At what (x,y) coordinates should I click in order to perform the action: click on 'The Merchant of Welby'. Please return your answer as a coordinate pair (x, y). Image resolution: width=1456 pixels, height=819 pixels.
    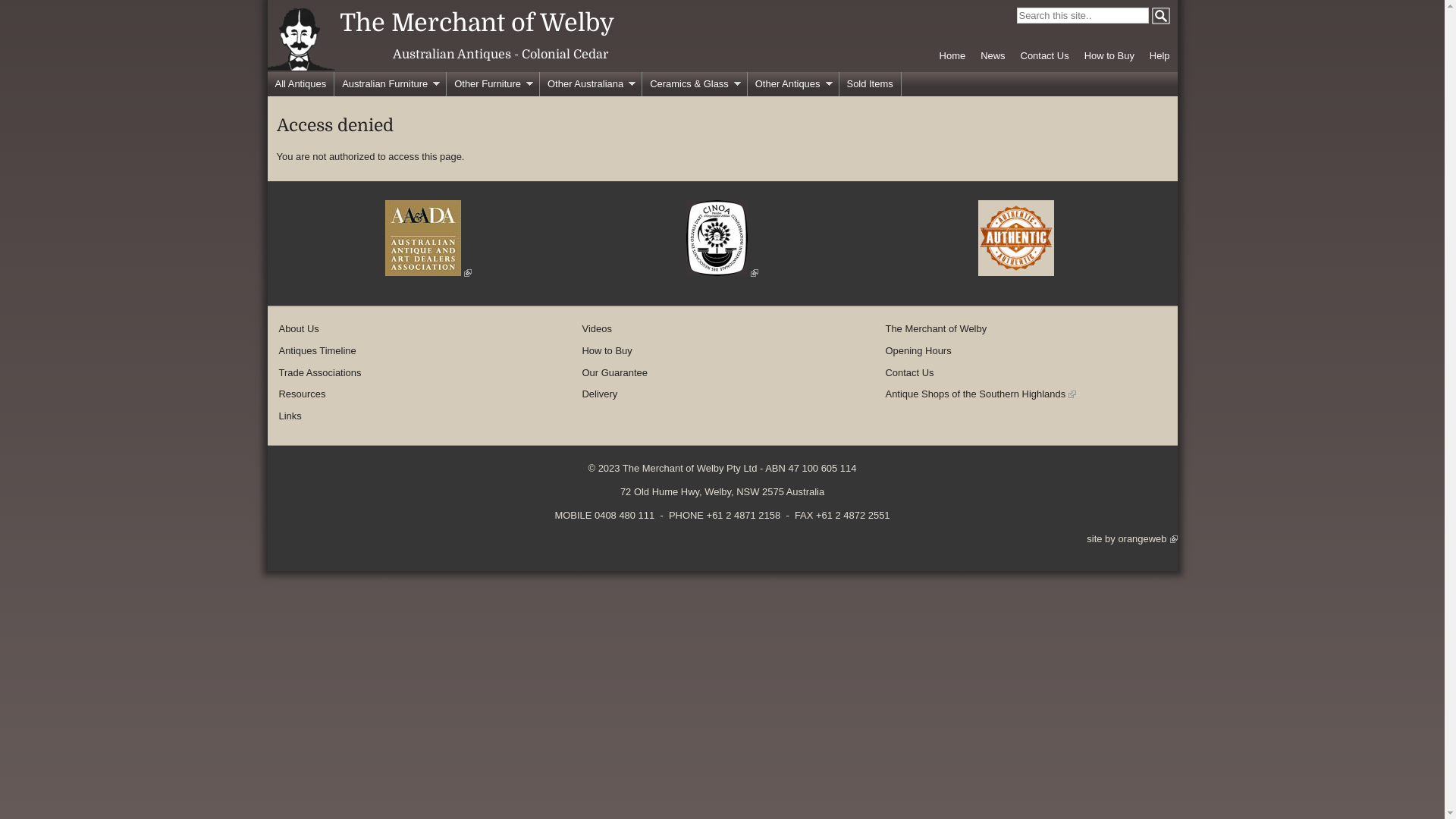
    Looking at the image, I should click on (475, 23).